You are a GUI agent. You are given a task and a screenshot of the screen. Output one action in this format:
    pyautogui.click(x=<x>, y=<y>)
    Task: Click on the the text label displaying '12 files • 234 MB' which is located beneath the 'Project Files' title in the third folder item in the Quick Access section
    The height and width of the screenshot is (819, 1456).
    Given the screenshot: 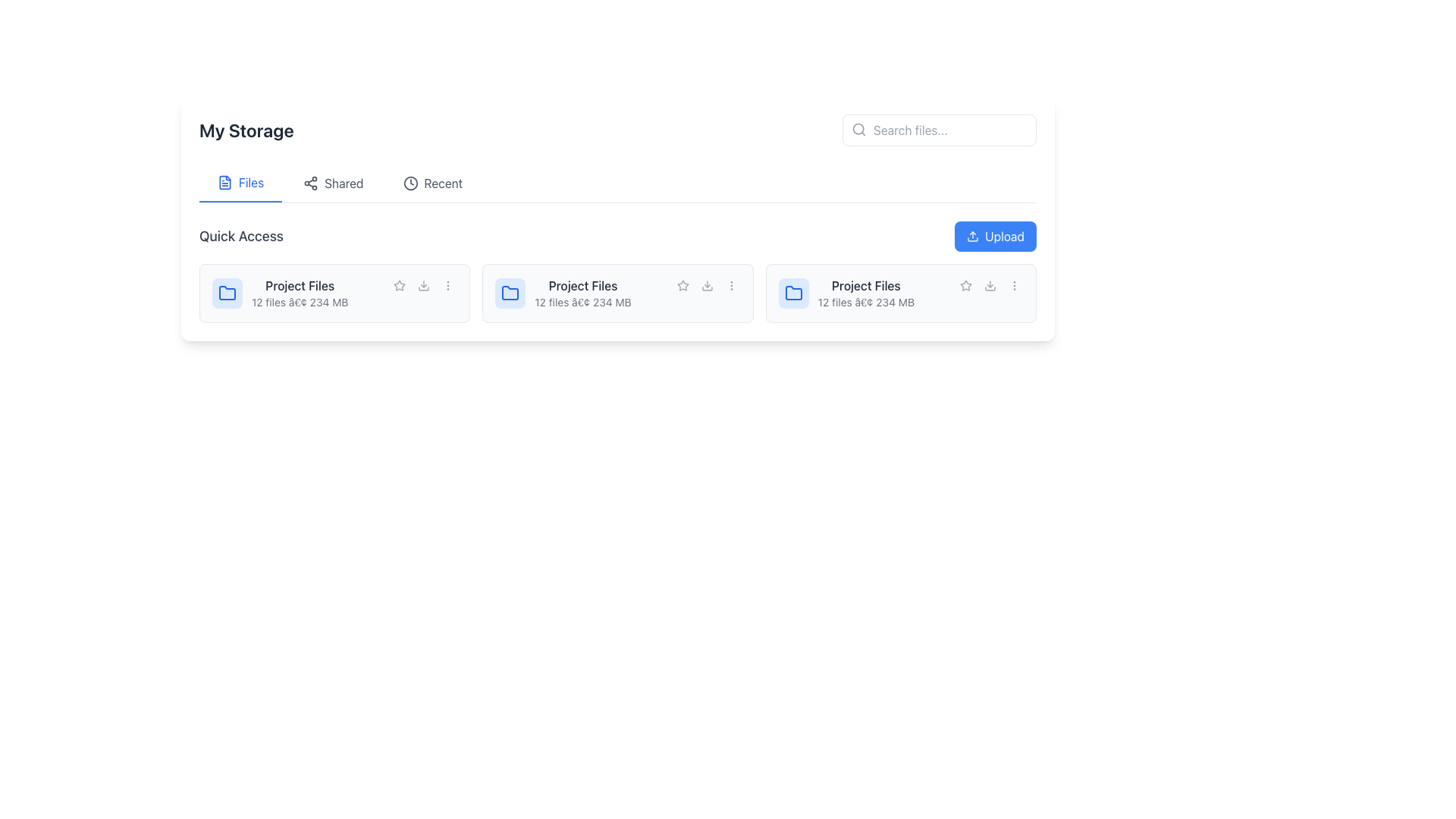 What is the action you would take?
    pyautogui.click(x=866, y=302)
    